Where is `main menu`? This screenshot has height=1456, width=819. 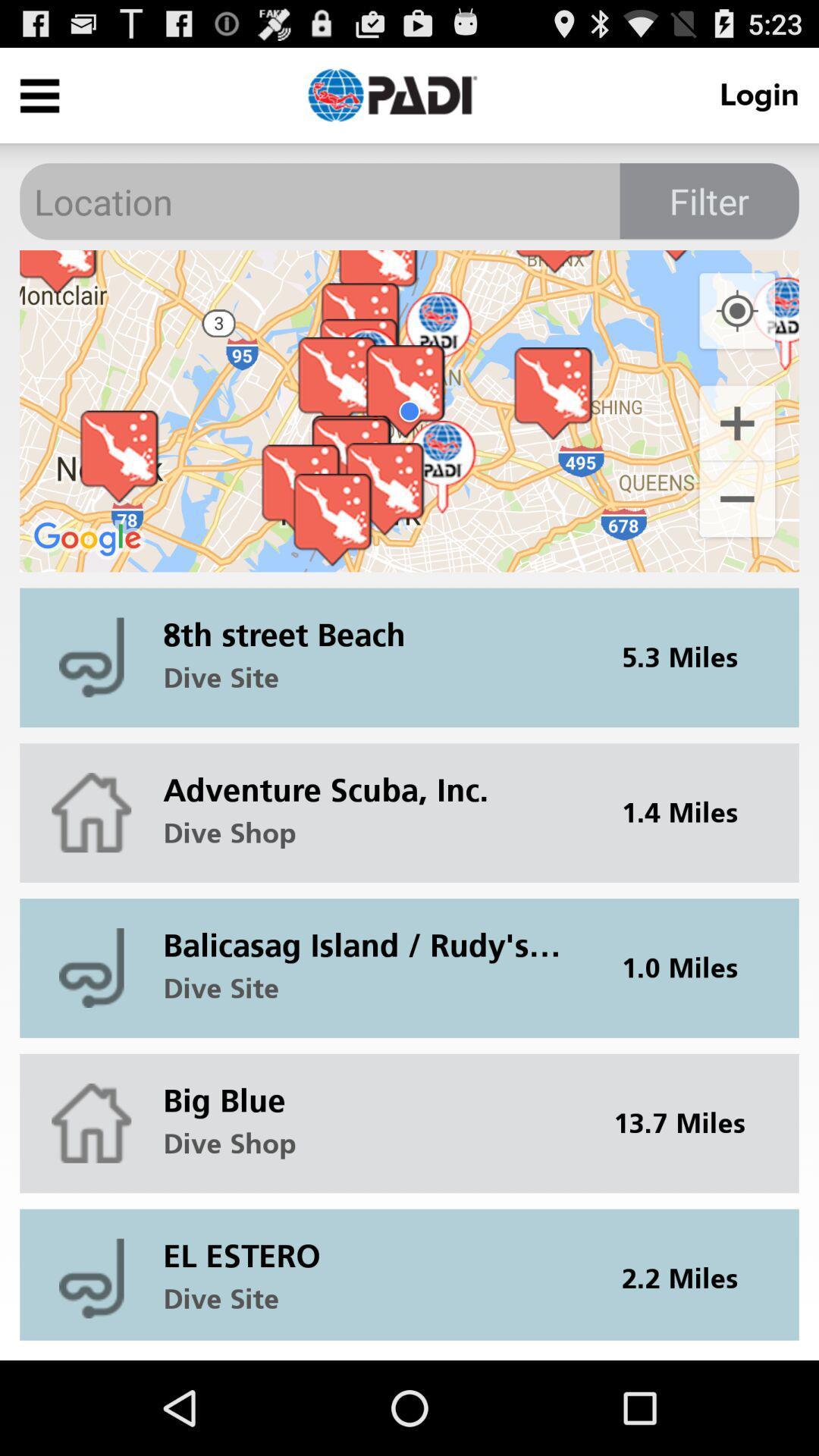 main menu is located at coordinates (39, 94).